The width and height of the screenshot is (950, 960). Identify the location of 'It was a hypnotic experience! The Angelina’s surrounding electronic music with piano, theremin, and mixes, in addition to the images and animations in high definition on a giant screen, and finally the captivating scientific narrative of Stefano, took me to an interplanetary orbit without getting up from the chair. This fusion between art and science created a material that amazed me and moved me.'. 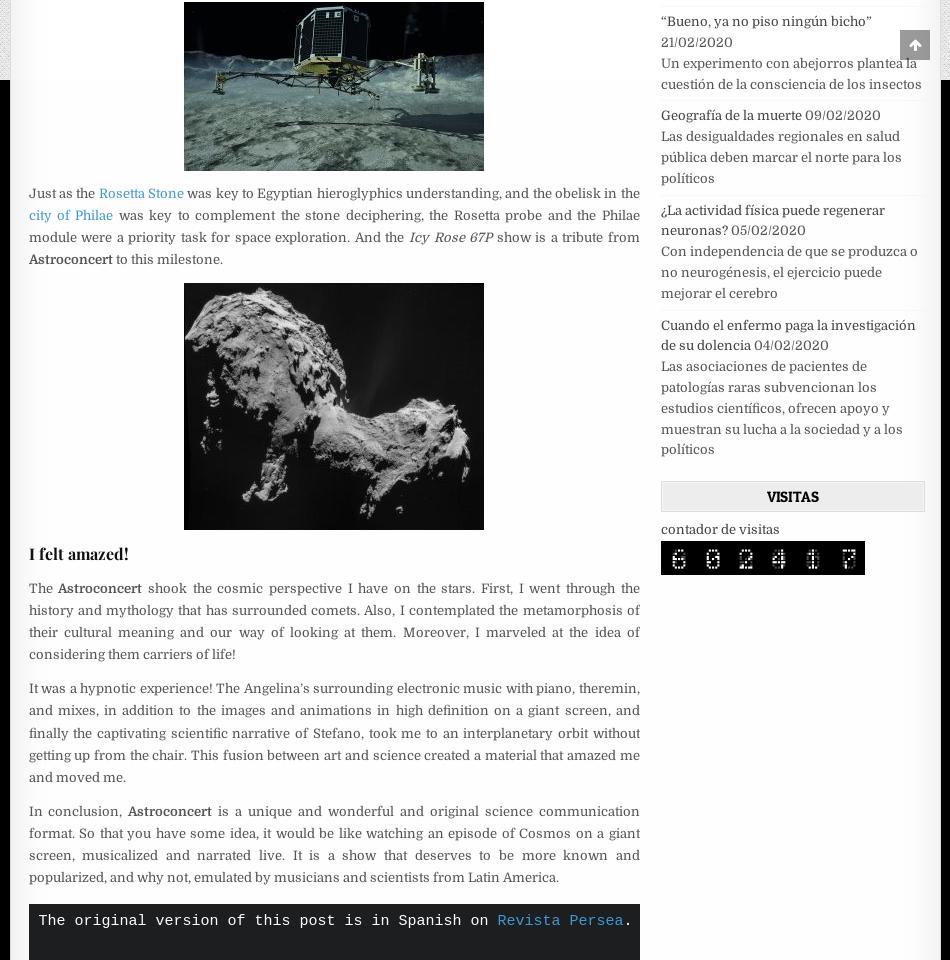
(332, 731).